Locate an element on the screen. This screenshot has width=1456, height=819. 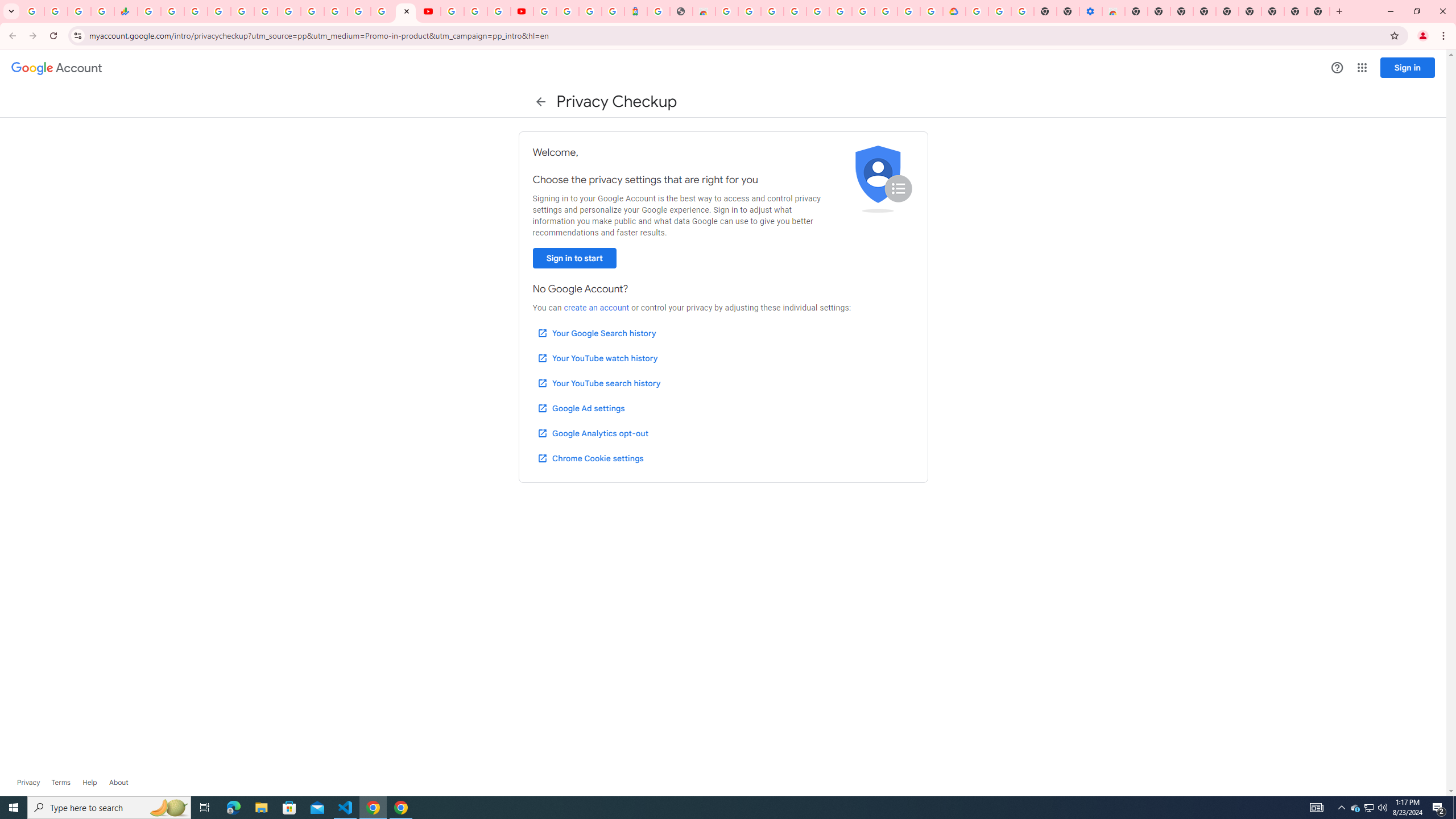
'Content Creator Programs & Opportunities - YouTube Creators' is located at coordinates (522, 11).